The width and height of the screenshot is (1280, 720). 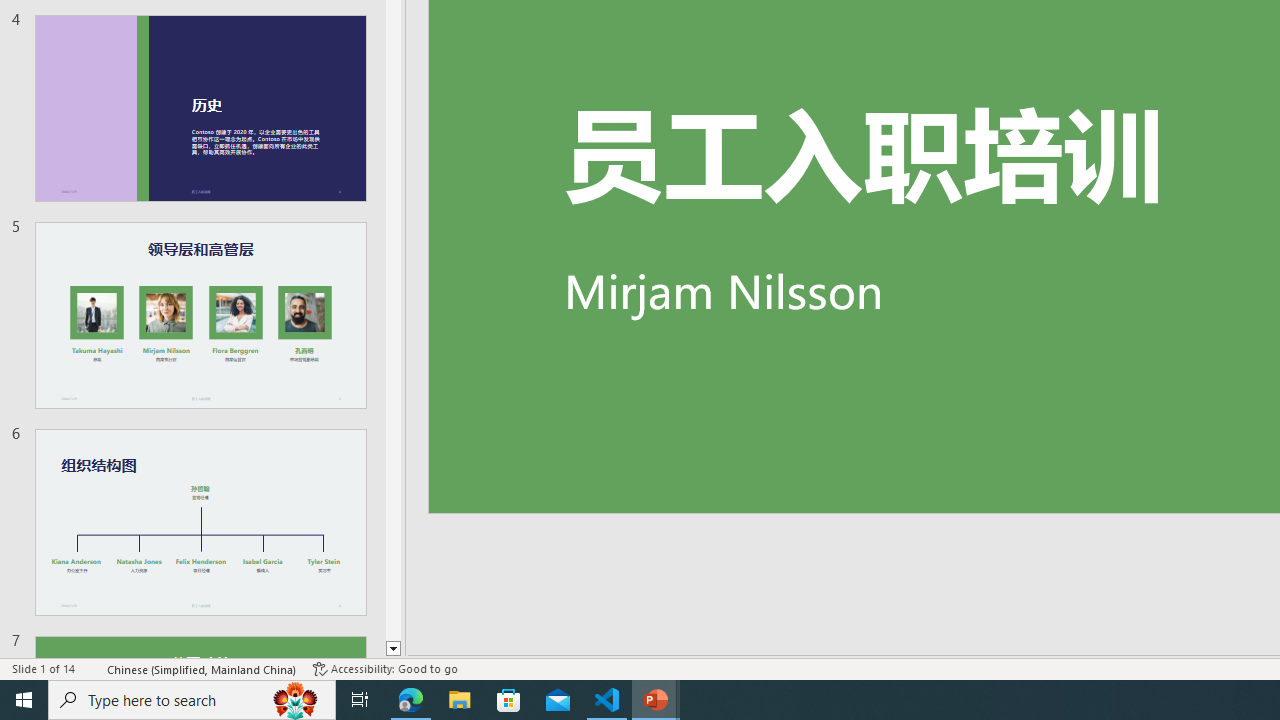 What do you see at coordinates (55, 640) in the screenshot?
I see `'Page Number Page 1 of 1'` at bounding box center [55, 640].